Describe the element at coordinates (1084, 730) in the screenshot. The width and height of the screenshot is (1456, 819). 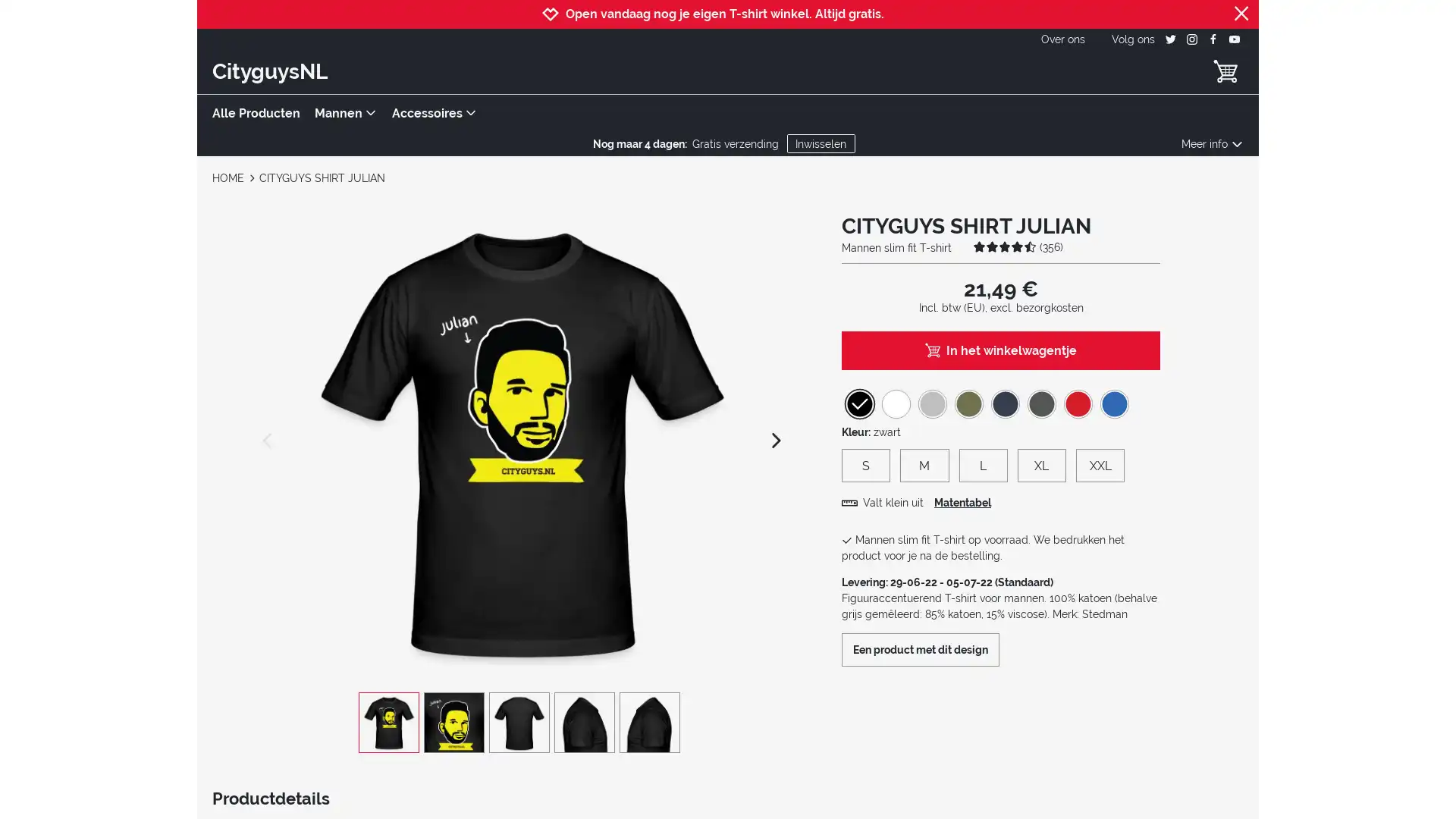
I see `Akkoord` at that location.